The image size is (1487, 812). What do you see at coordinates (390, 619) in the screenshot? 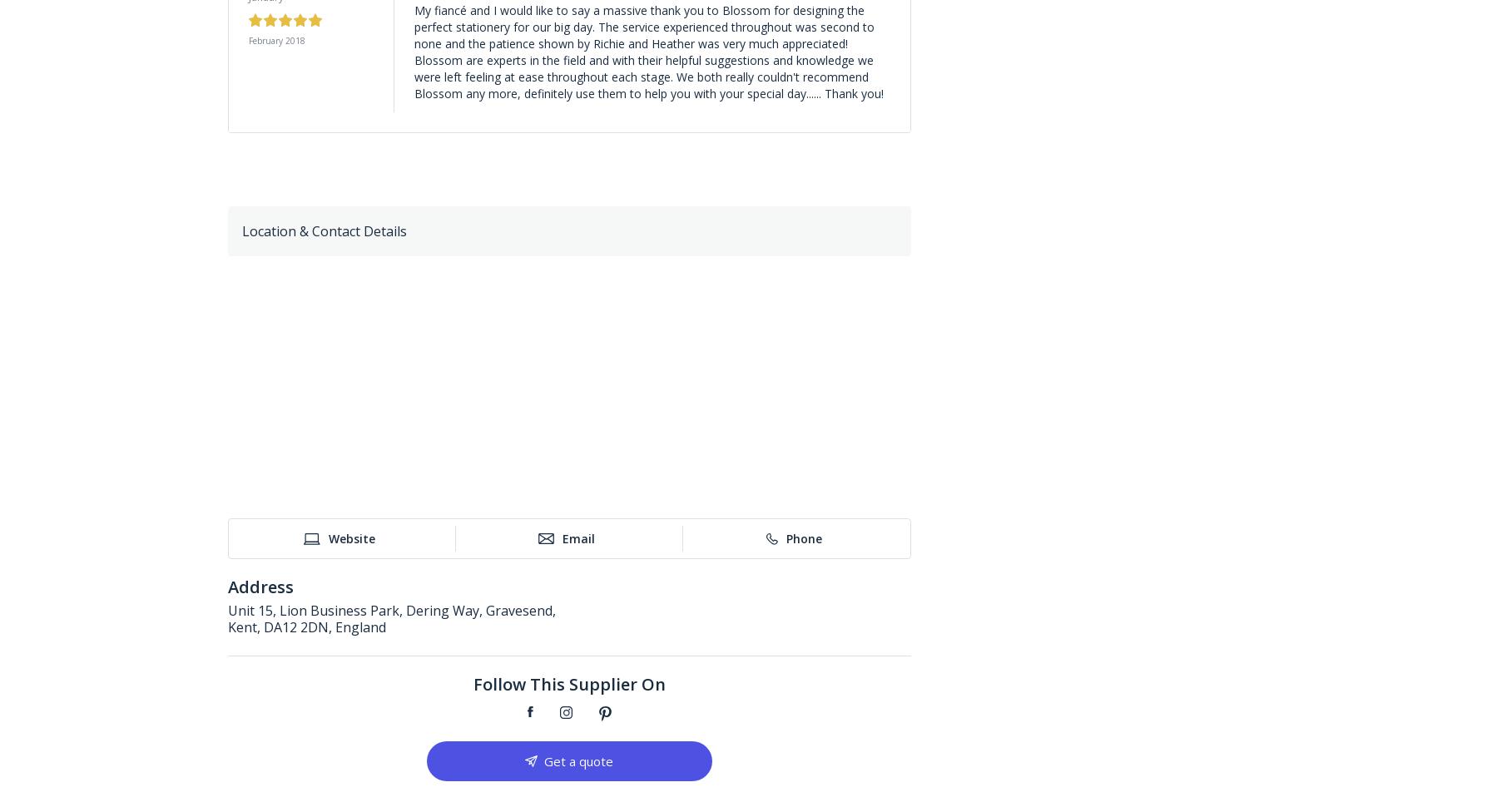
I see `'Unit 15, Lion Business Park, Dering Way, Gravesend, Kent, DA12 2DN, England'` at bounding box center [390, 619].